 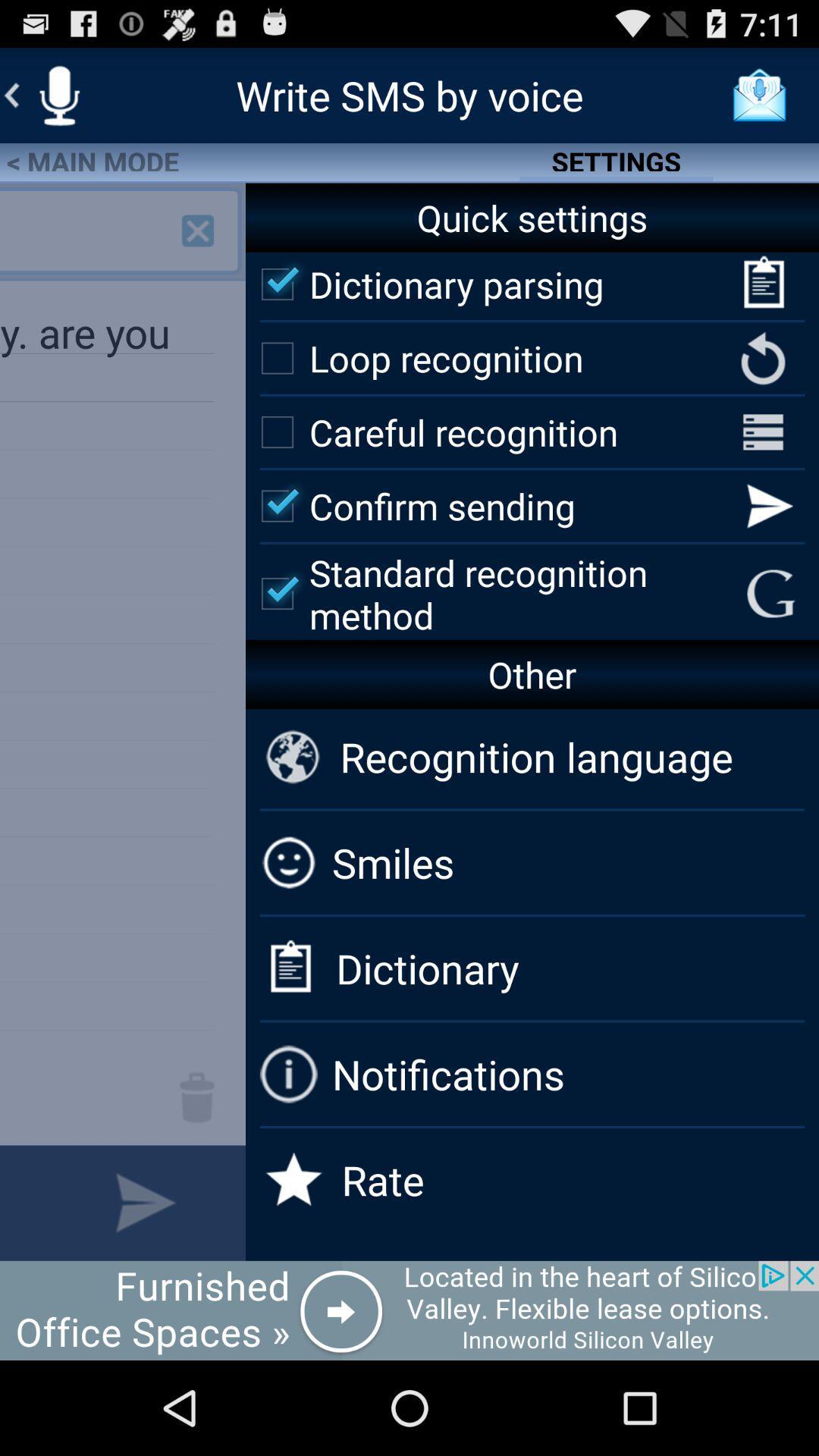 What do you see at coordinates (23, 1202) in the screenshot?
I see `message` at bounding box center [23, 1202].